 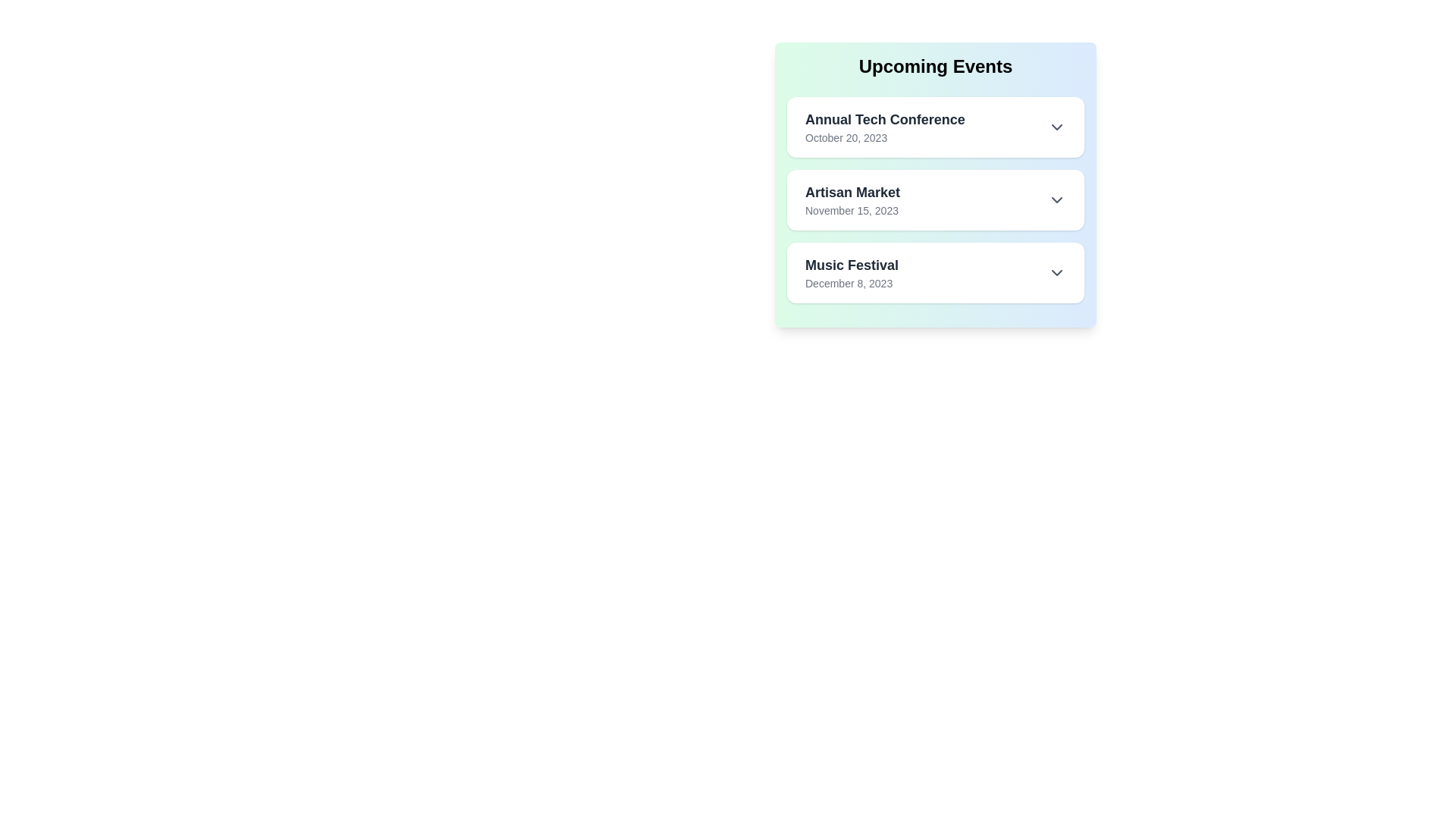 I want to click on the title text element that serves as a section header for upcoming events, located at the top of its rounded box with a gradient background, so click(x=934, y=66).